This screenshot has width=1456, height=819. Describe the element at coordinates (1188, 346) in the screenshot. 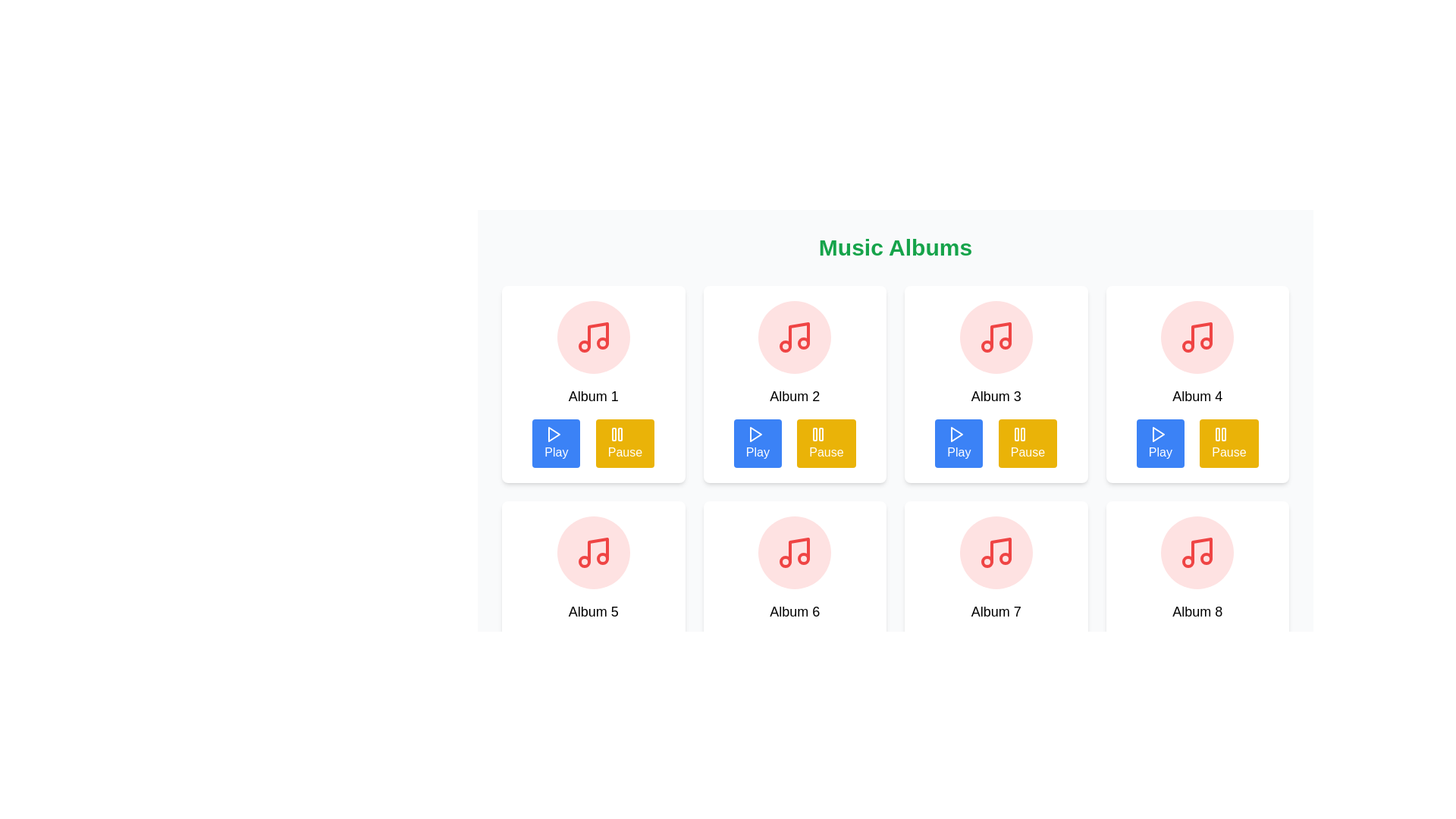

I see `the second circle of the music note icon in the 'Album 4' card, which visually enhances the album card to indicate it is a musical entity` at that location.